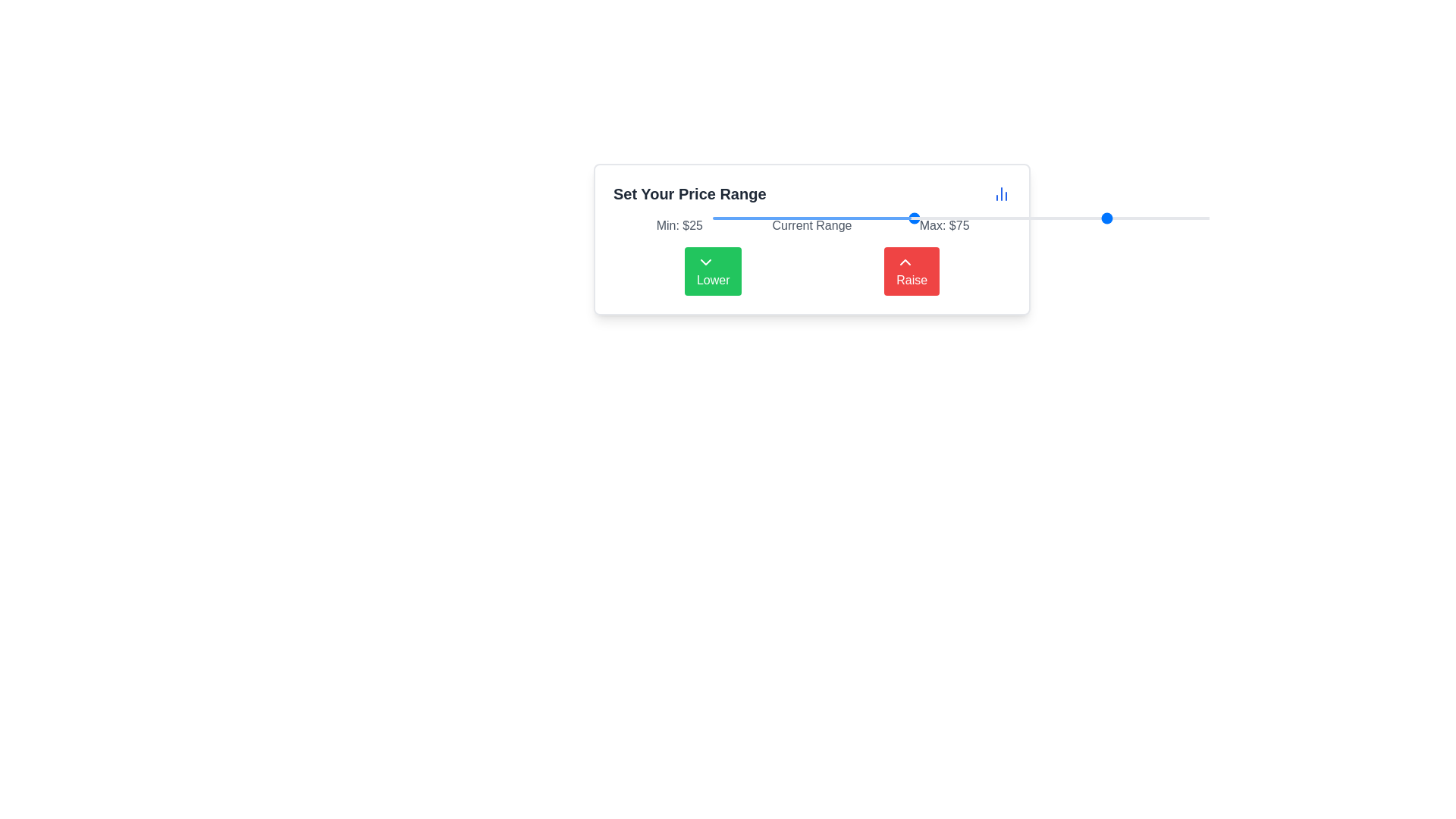  What do you see at coordinates (943, 225) in the screenshot?
I see `the label element that reads 'Max: $75', positioned to the right of 'Current Range' under the 'Set Your Price Range' header` at bounding box center [943, 225].